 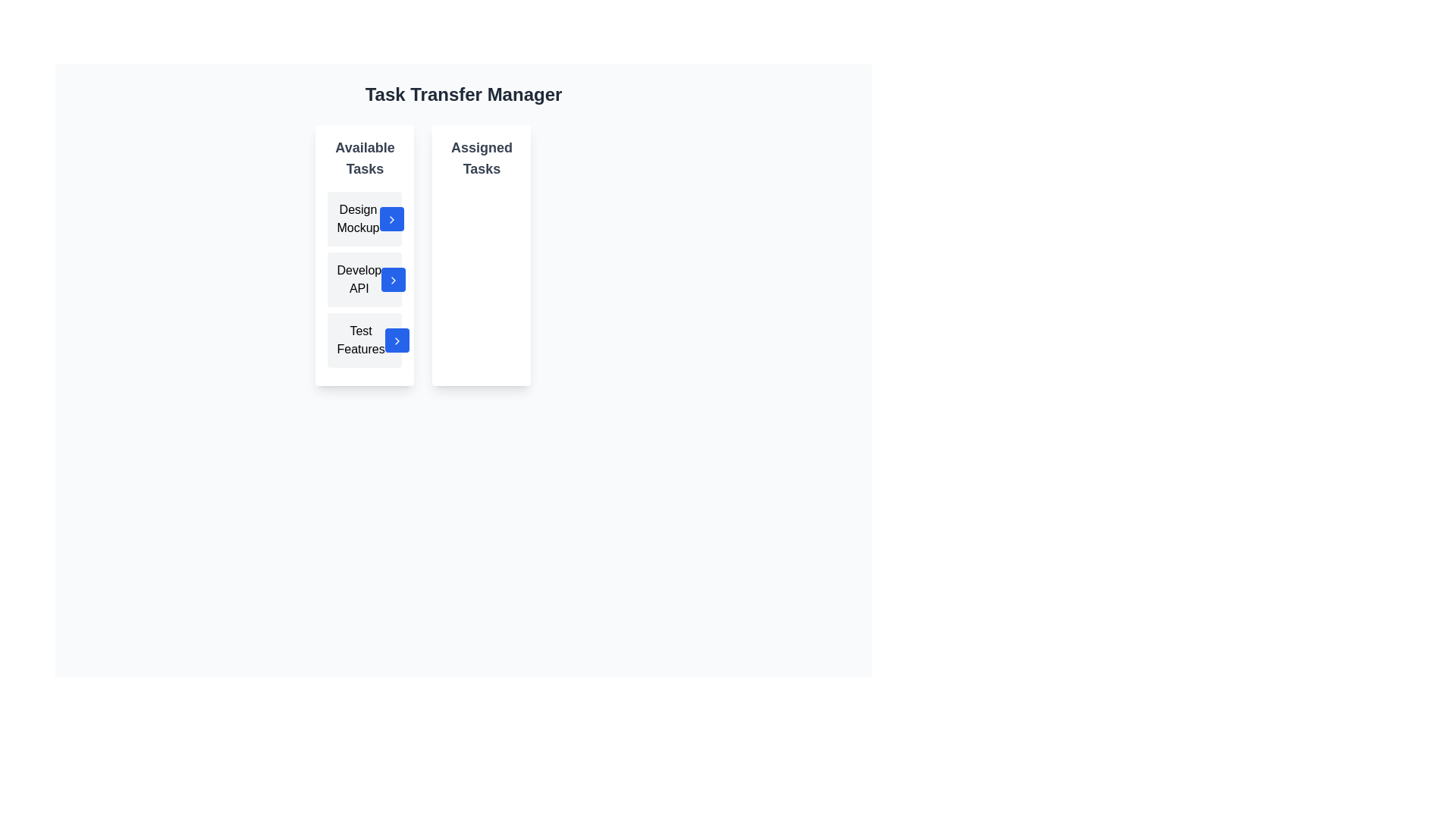 I want to click on the 'Design Mockup' button with a light gray background and a small blue chevron icon to observe the hover effect, so click(x=365, y=219).